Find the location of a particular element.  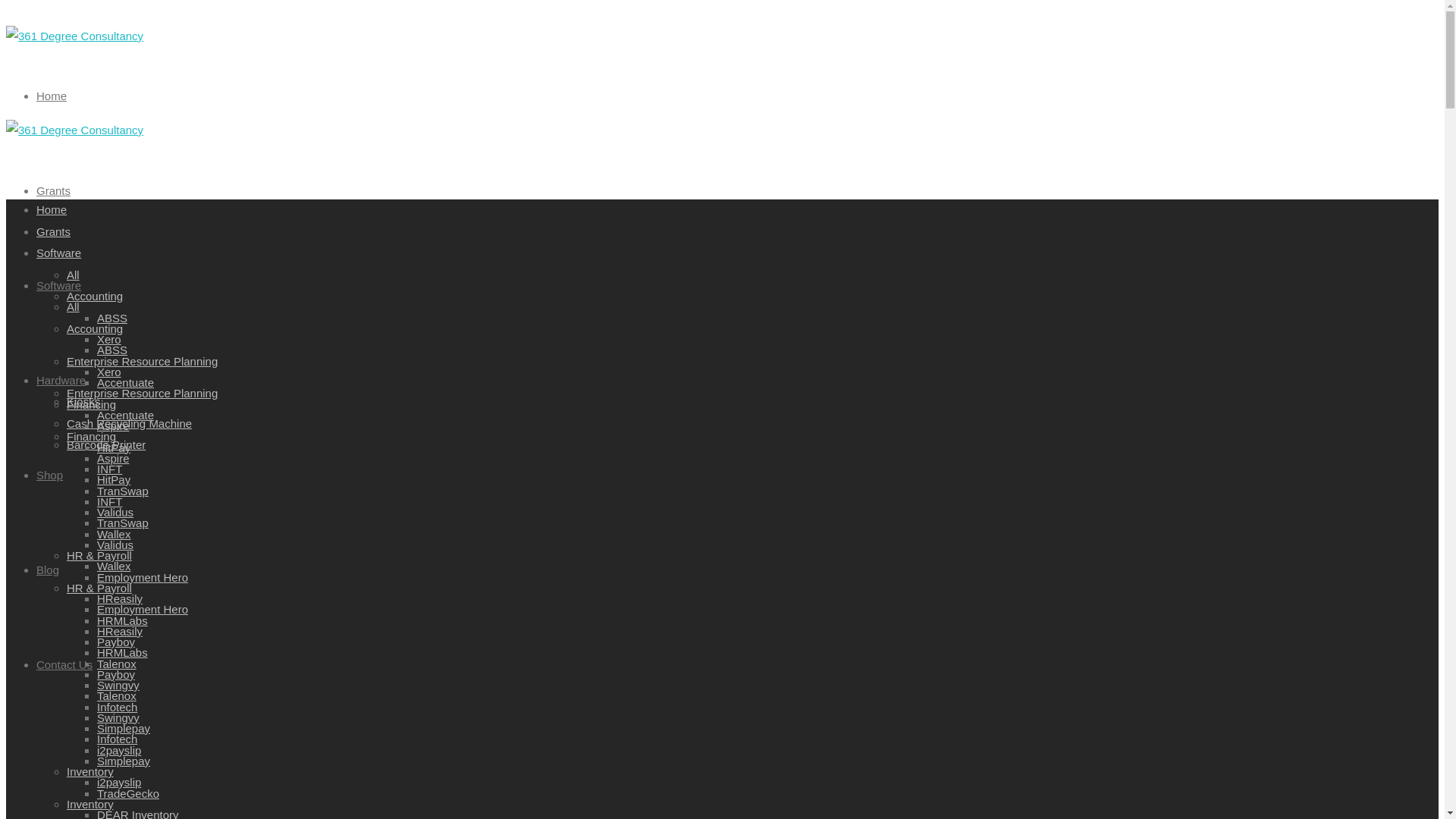

'Wallex' is located at coordinates (112, 533).